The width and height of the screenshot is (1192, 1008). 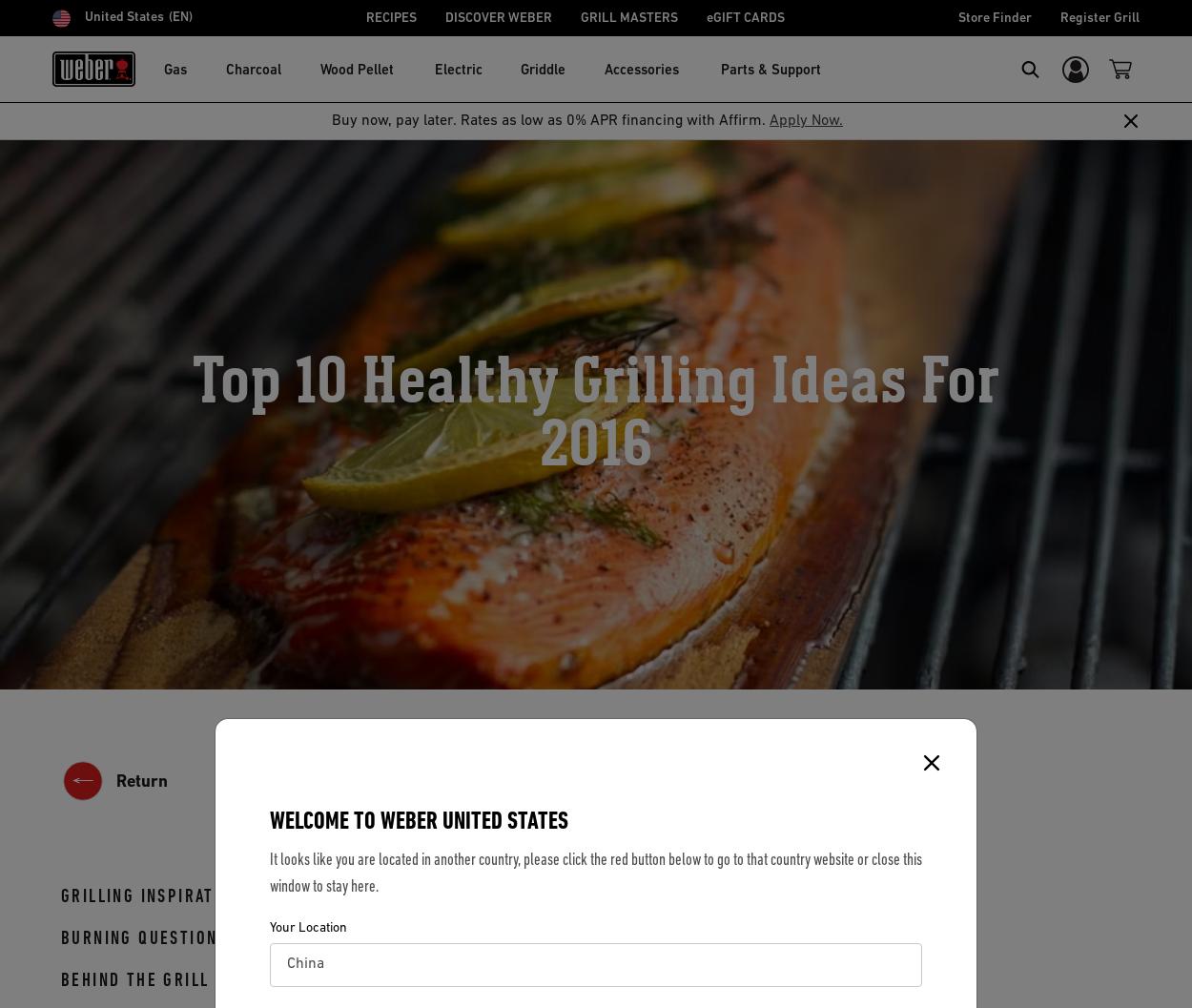 I want to click on 'BURNING QUESTIONS', so click(x=144, y=938).